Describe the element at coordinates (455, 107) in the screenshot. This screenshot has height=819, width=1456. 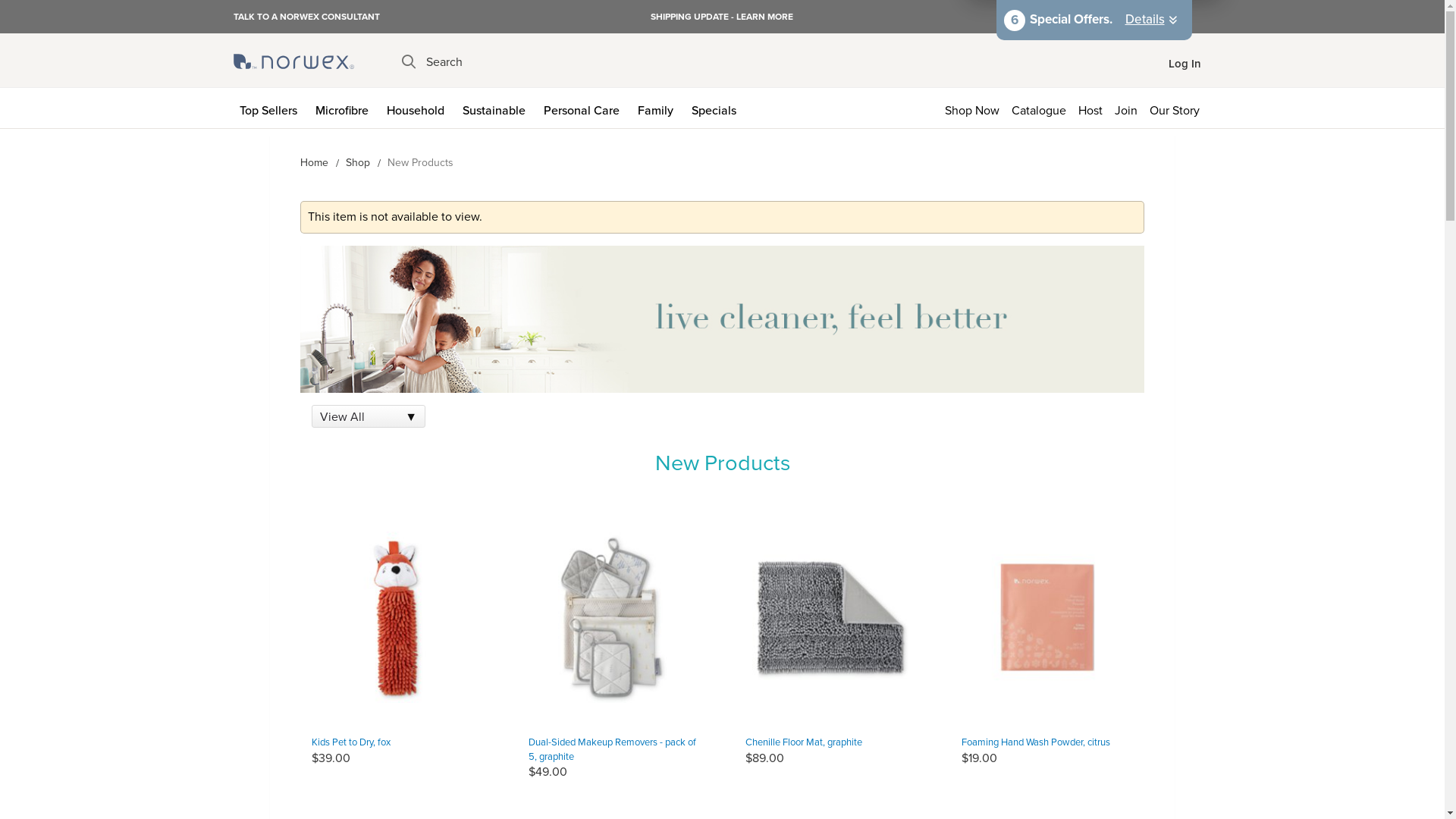
I see `'Sustainable'` at that location.